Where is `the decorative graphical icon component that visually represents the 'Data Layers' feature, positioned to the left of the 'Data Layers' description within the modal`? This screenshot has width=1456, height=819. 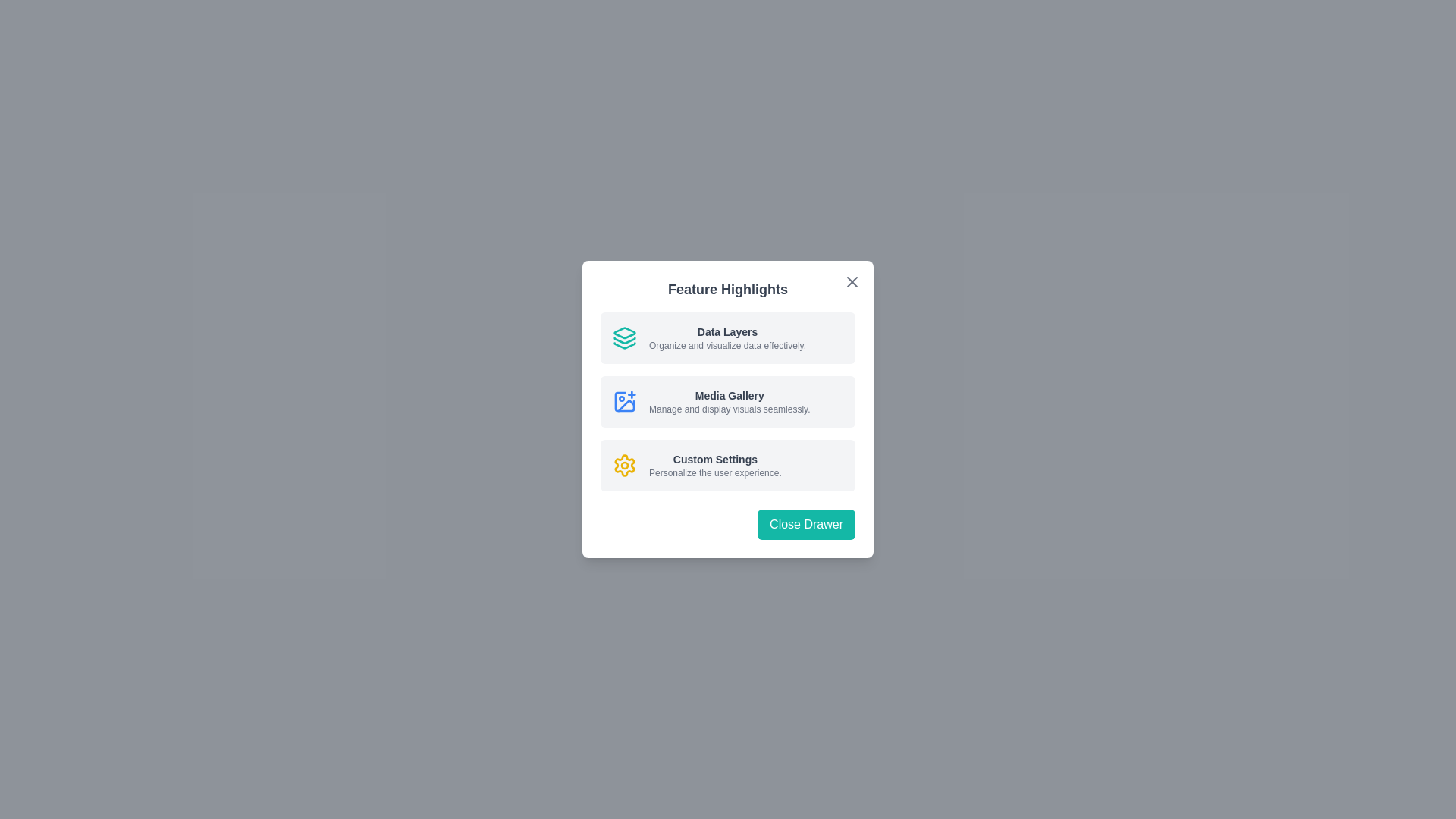 the decorative graphical icon component that visually represents the 'Data Layers' feature, positioned to the left of the 'Data Layers' description within the modal is located at coordinates (625, 340).